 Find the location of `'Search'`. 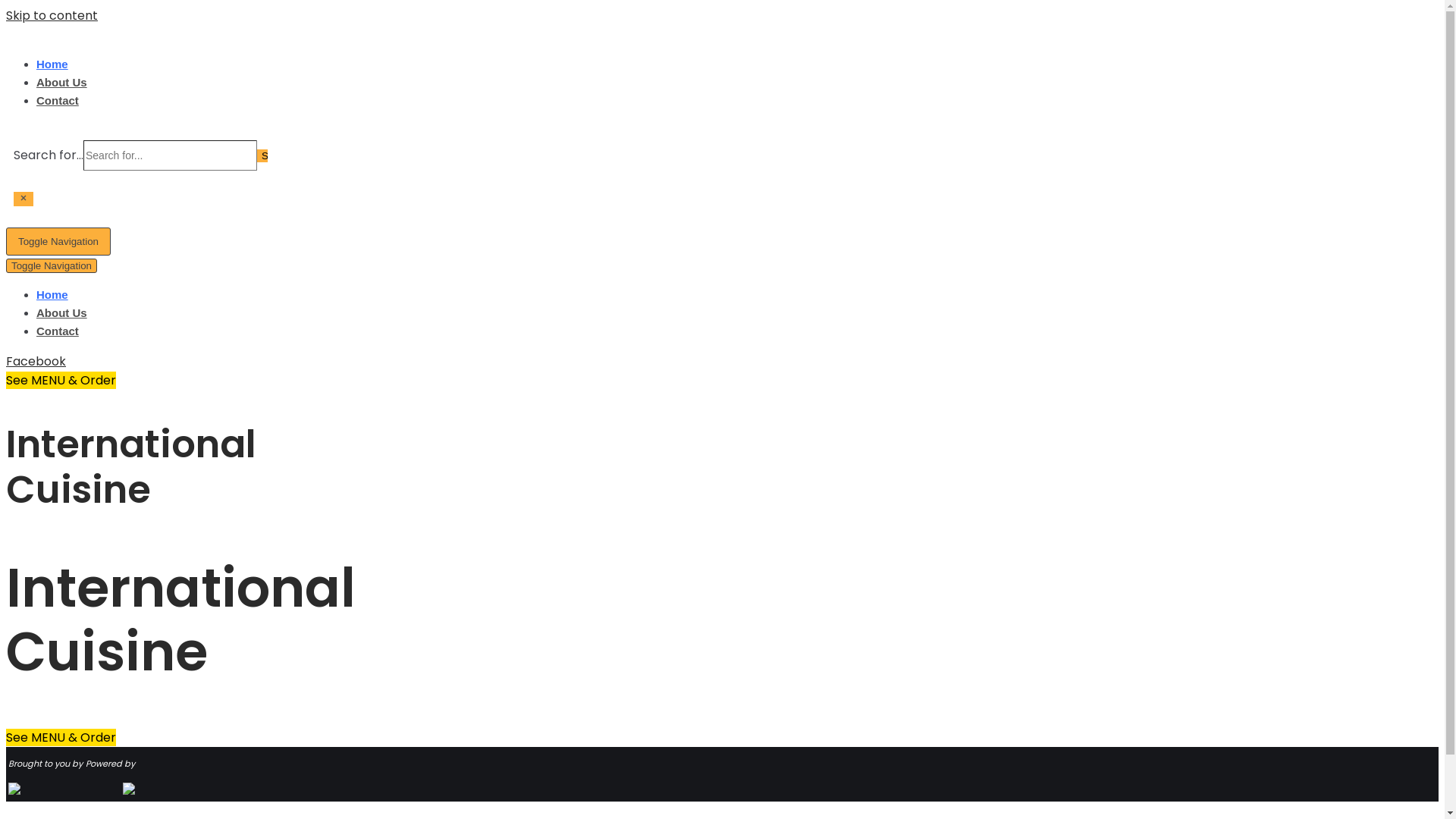

'Search' is located at coordinates (262, 155).